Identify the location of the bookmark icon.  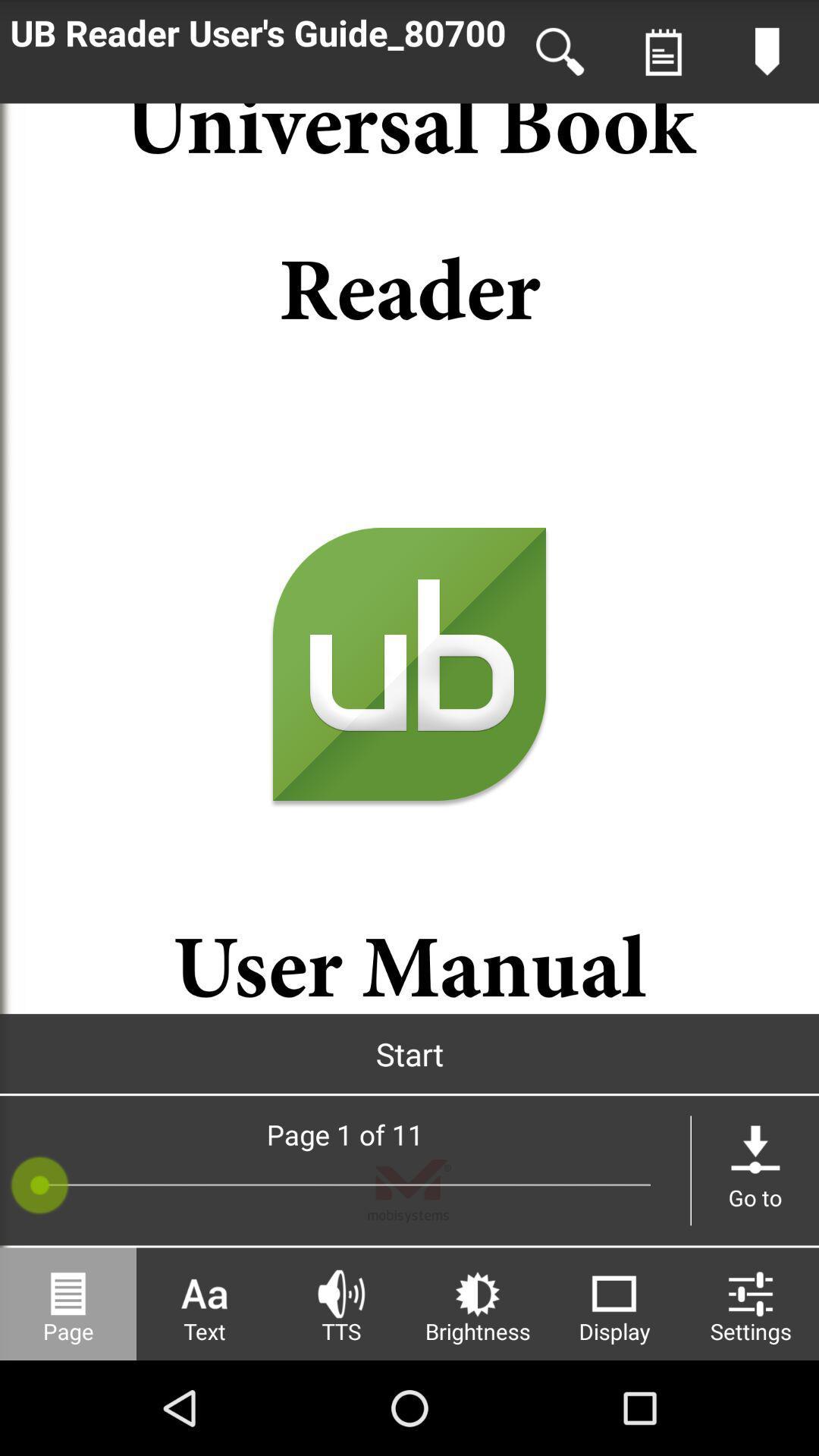
(767, 55).